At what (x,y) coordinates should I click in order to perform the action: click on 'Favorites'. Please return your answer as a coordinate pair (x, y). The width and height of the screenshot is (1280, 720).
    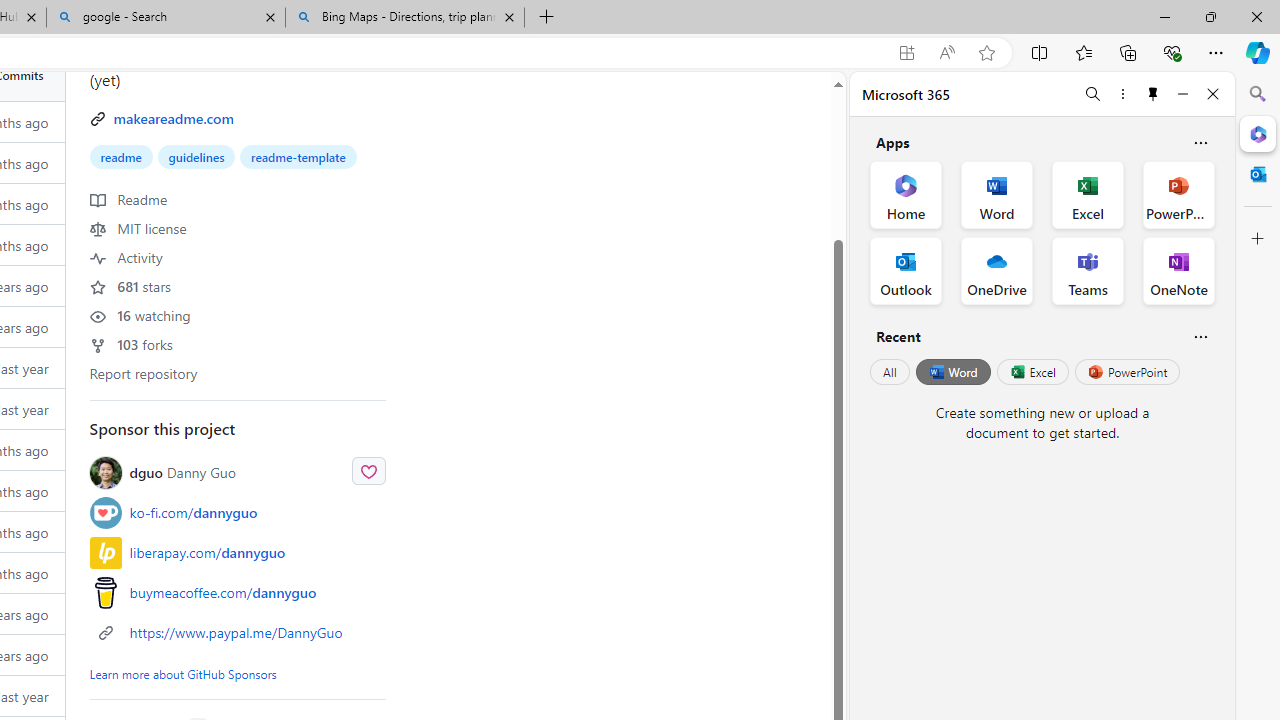
    Looking at the image, I should click on (1082, 51).